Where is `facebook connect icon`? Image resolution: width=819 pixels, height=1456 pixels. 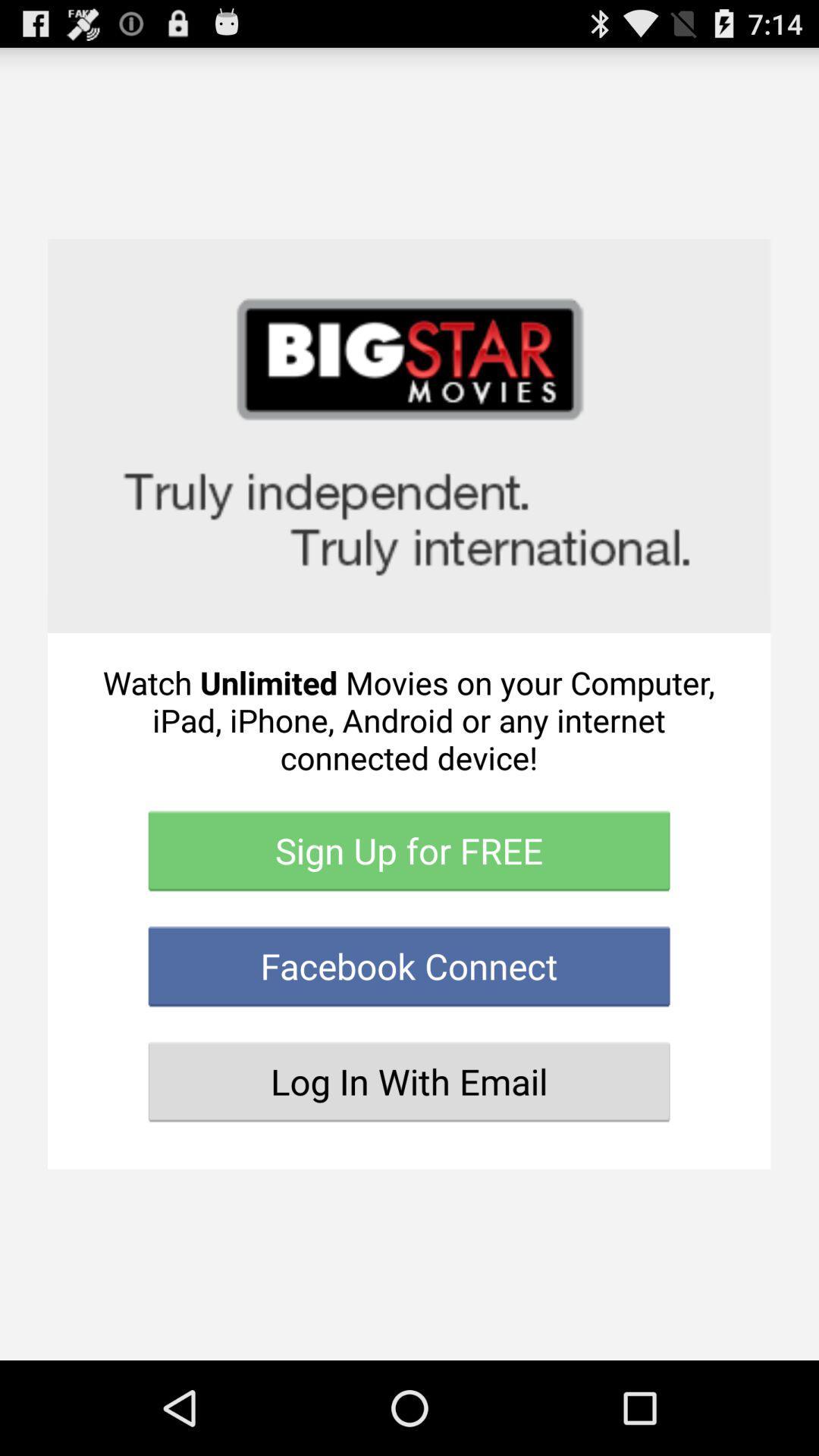 facebook connect icon is located at coordinates (408, 965).